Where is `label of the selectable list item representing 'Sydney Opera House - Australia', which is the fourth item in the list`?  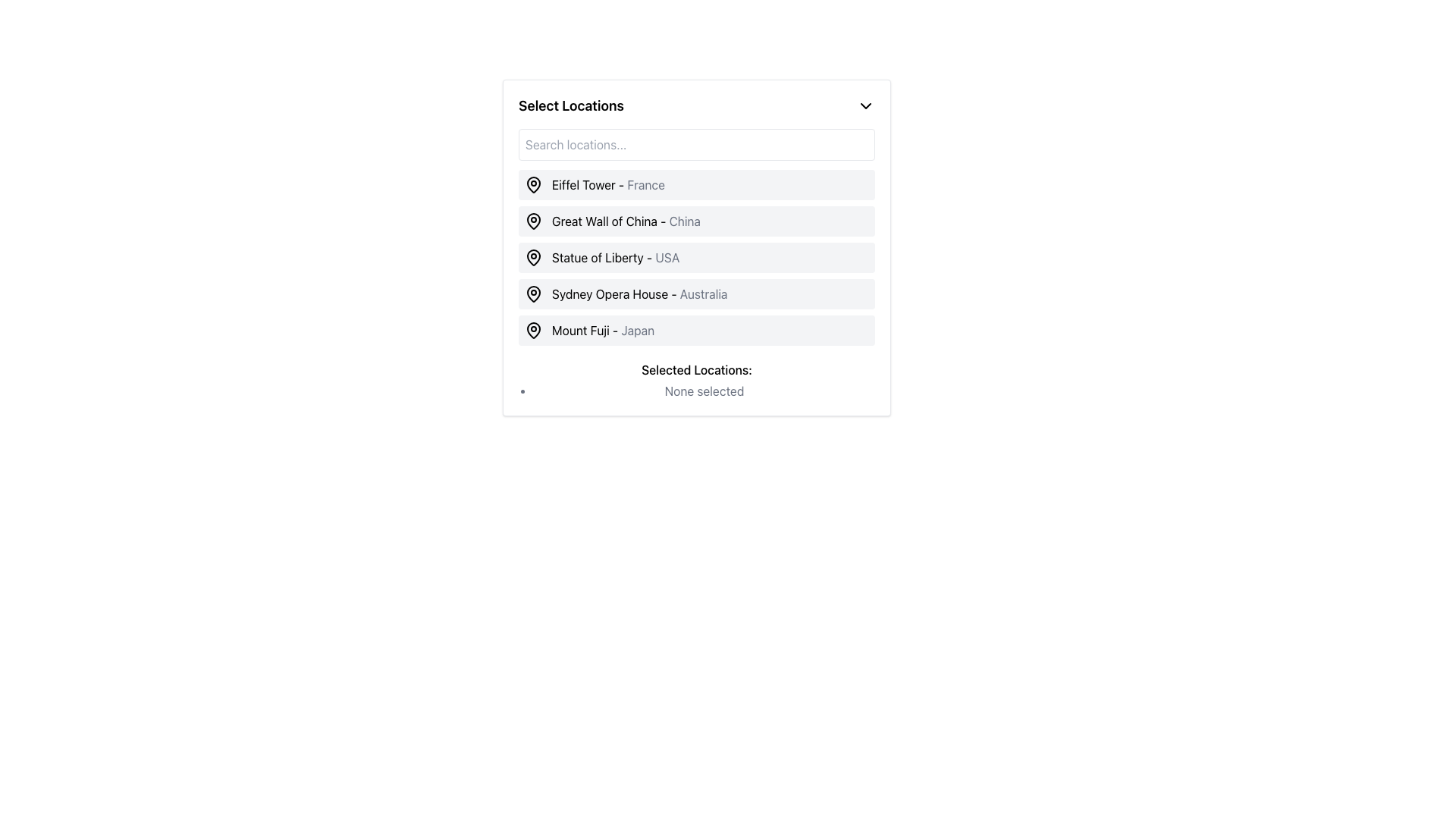
label of the selectable list item representing 'Sydney Opera House - Australia', which is the fourth item in the list is located at coordinates (695, 294).